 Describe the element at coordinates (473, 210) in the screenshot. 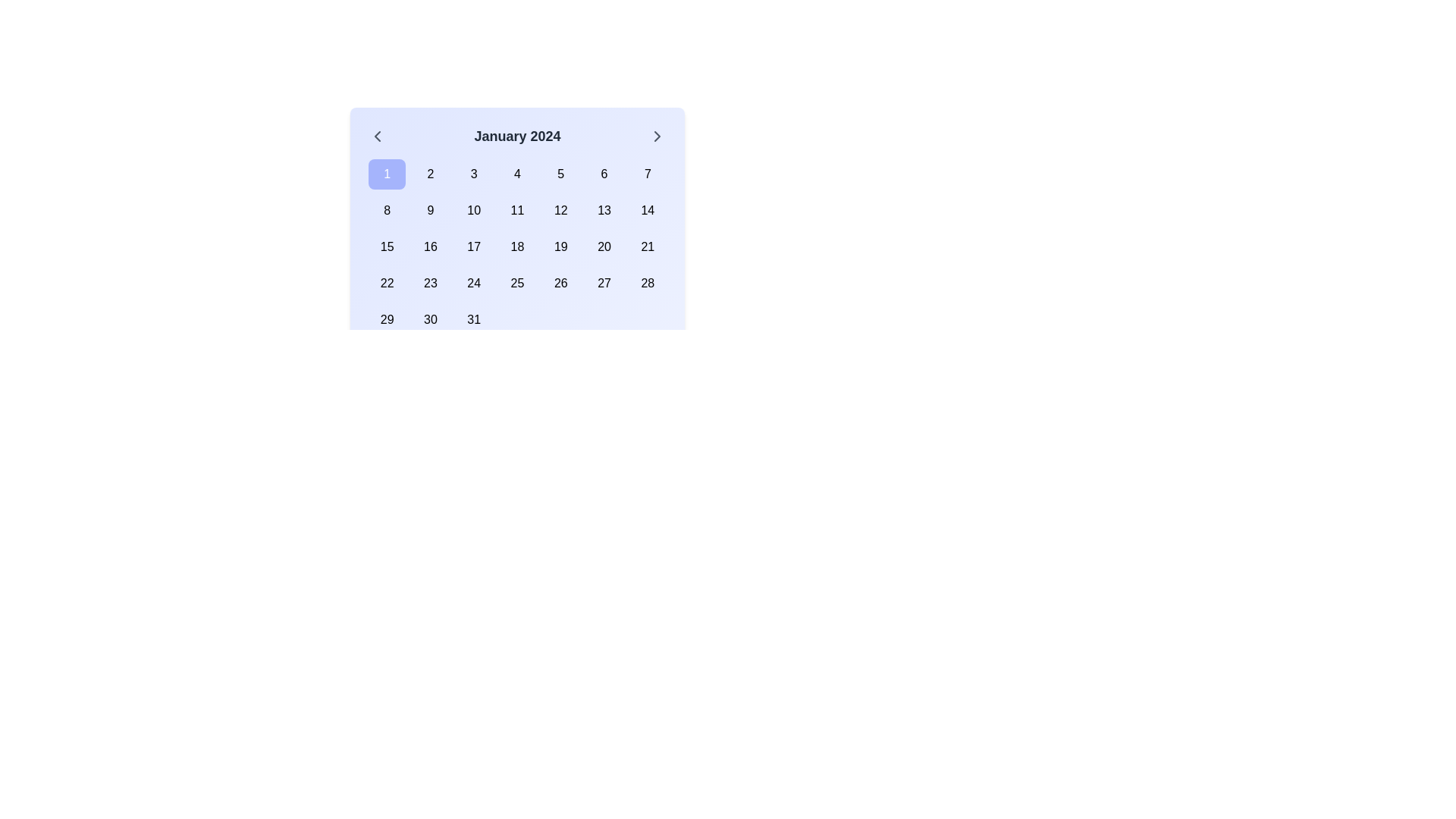

I see `the button displaying the text '10' located in the second row and third column of the January 2024 calendar grid` at that location.